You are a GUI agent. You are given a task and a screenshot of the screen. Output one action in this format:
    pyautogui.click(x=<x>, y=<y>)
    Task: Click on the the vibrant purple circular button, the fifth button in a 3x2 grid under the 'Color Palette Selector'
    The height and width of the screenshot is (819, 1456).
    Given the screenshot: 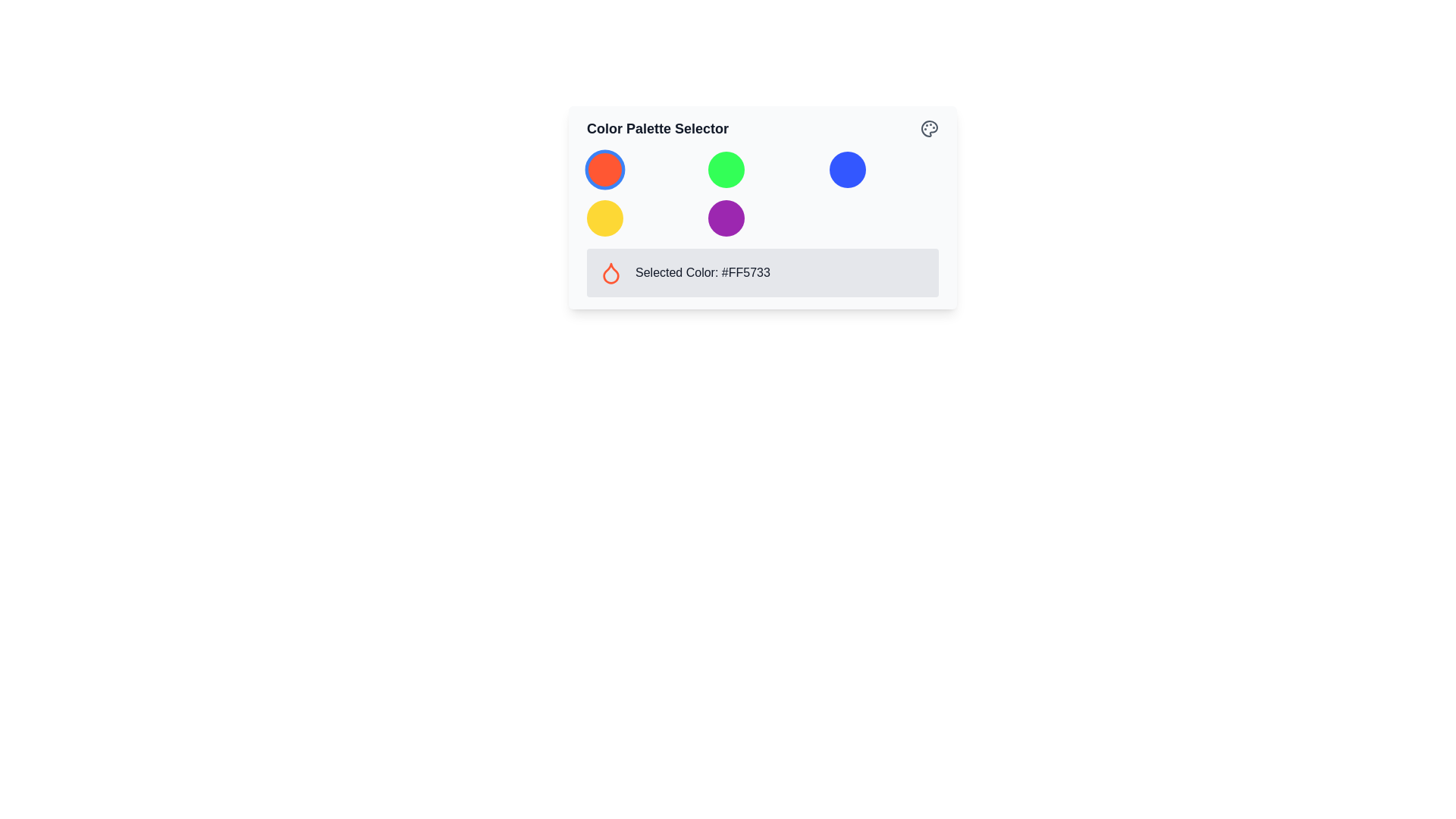 What is the action you would take?
    pyautogui.click(x=726, y=218)
    